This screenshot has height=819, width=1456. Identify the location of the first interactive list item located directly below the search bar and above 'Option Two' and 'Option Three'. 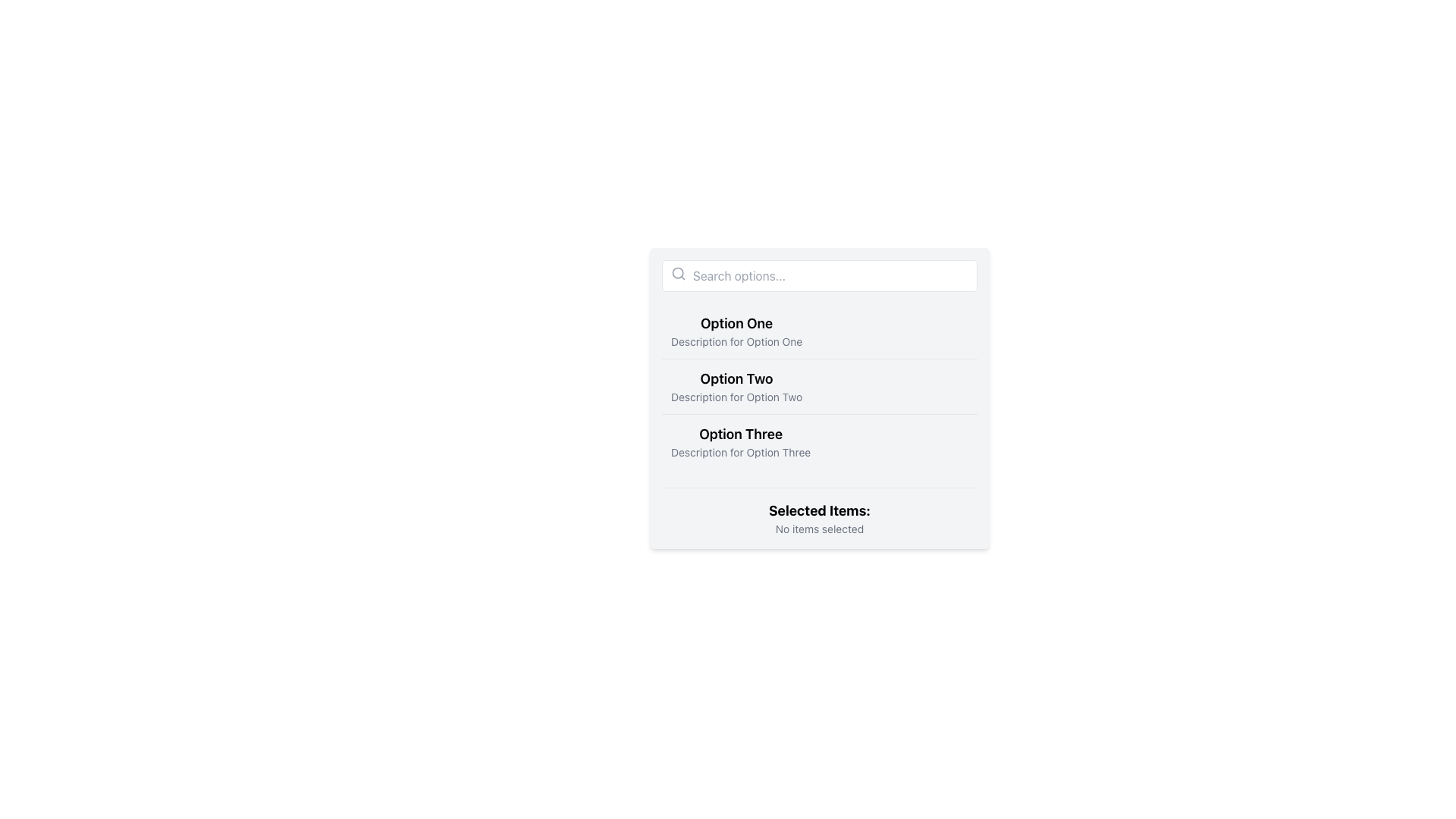
(818, 330).